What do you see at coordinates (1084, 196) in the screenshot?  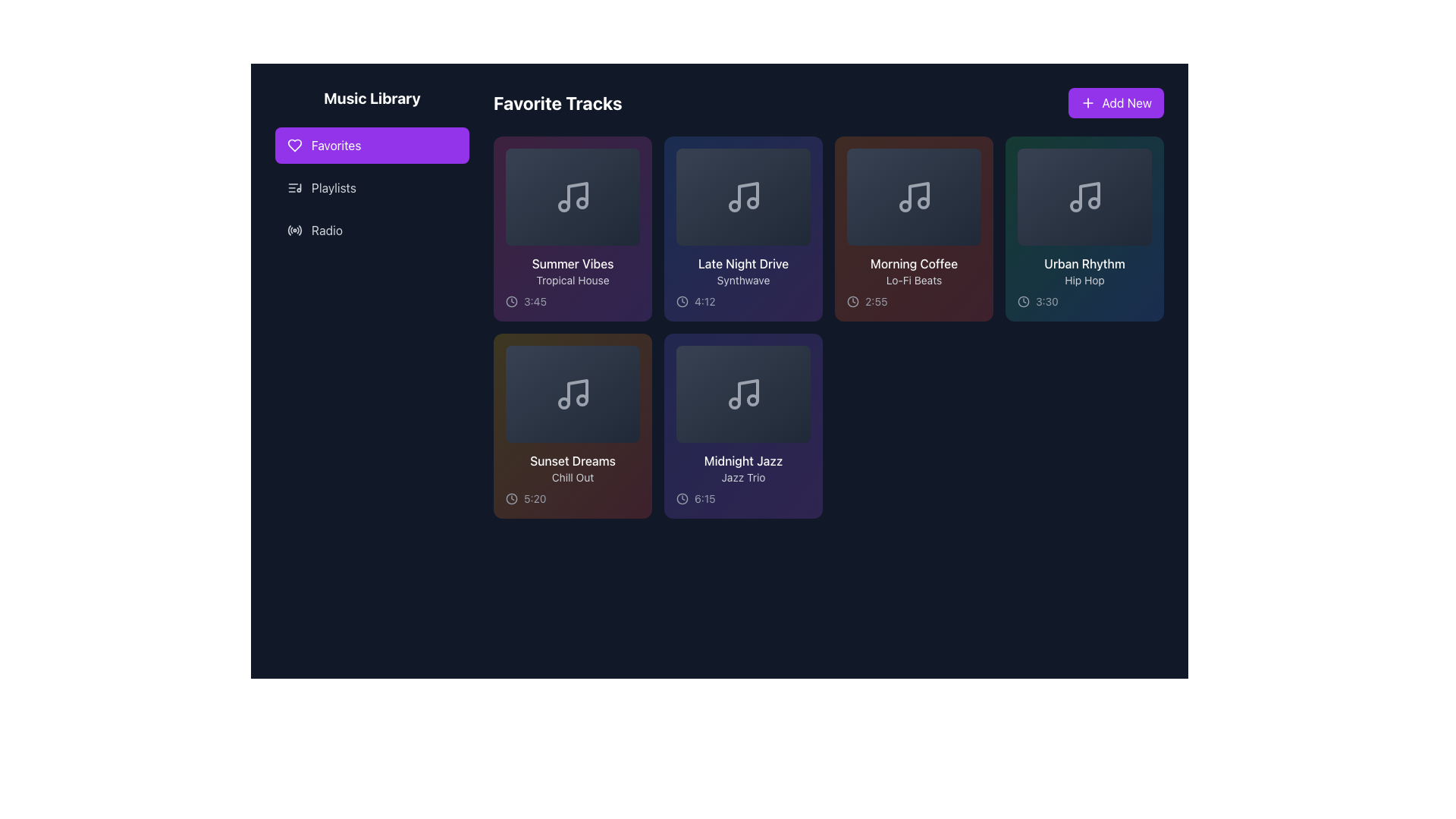 I see `the gray music note graphic icon located centrally within the 'Urban Rhythm' card in the last column of the upper row of music tracks` at bounding box center [1084, 196].